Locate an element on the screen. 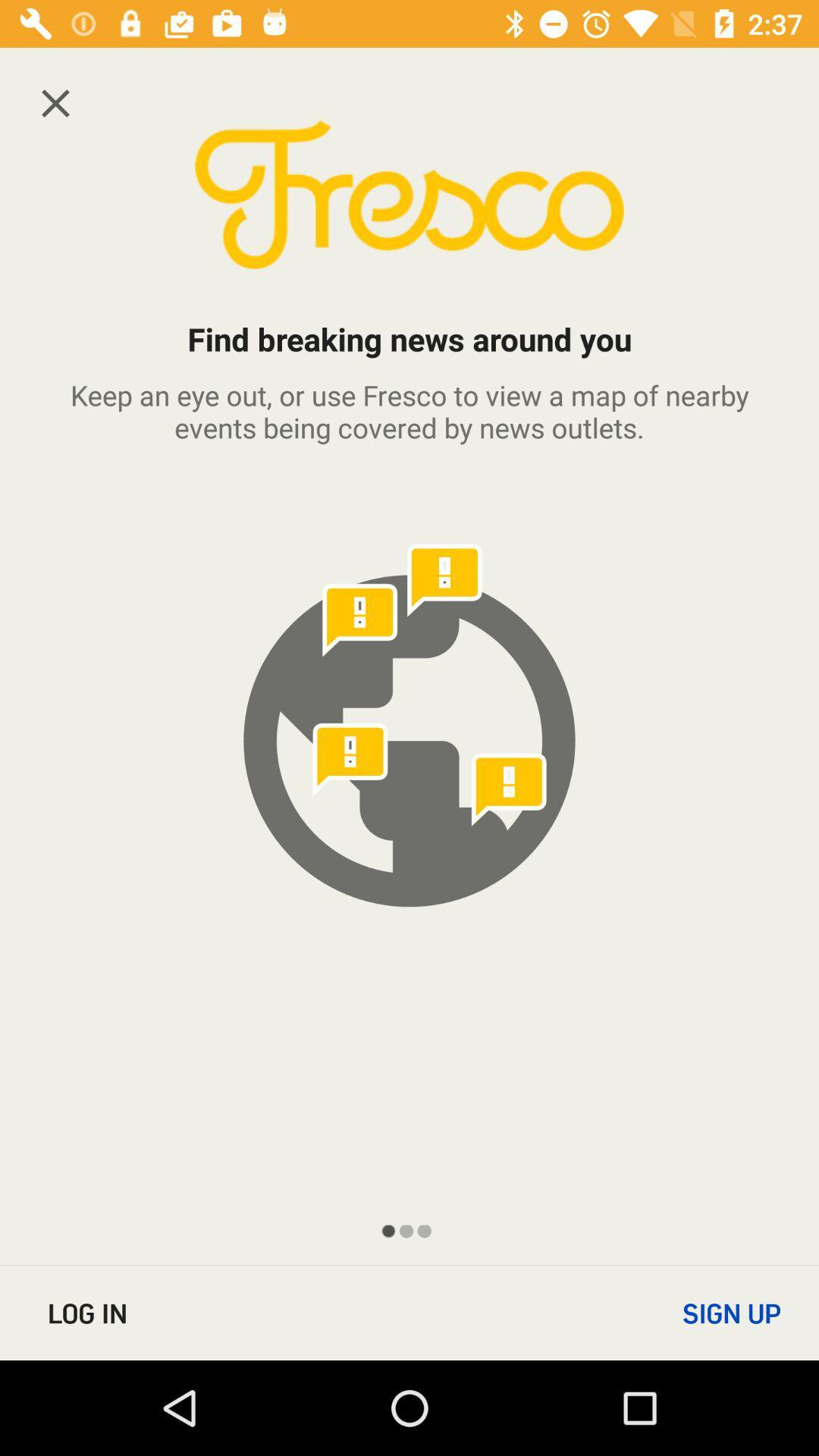 The width and height of the screenshot is (819, 1456). the close icon is located at coordinates (55, 102).